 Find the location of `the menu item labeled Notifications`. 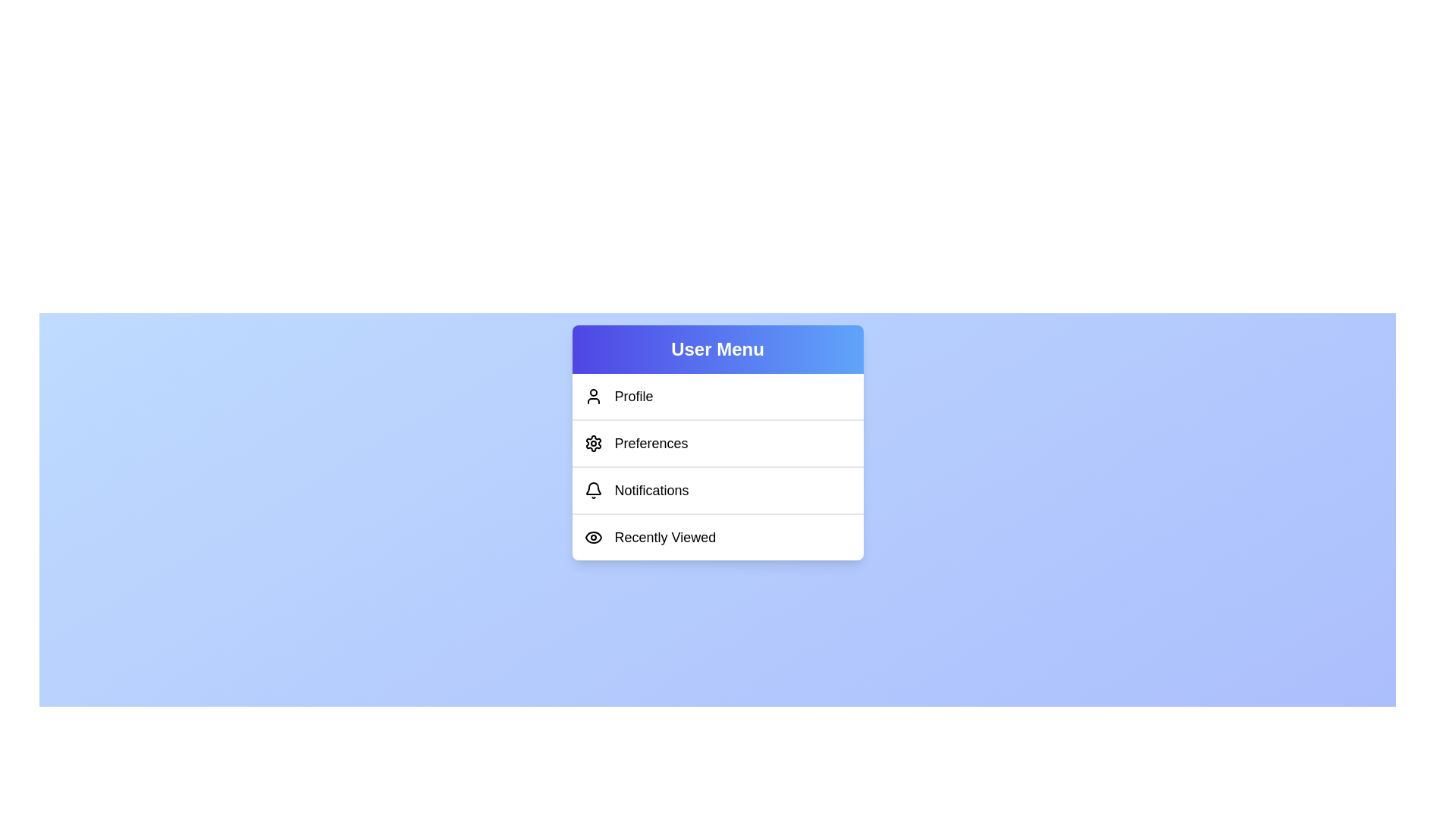

the menu item labeled Notifications is located at coordinates (717, 489).